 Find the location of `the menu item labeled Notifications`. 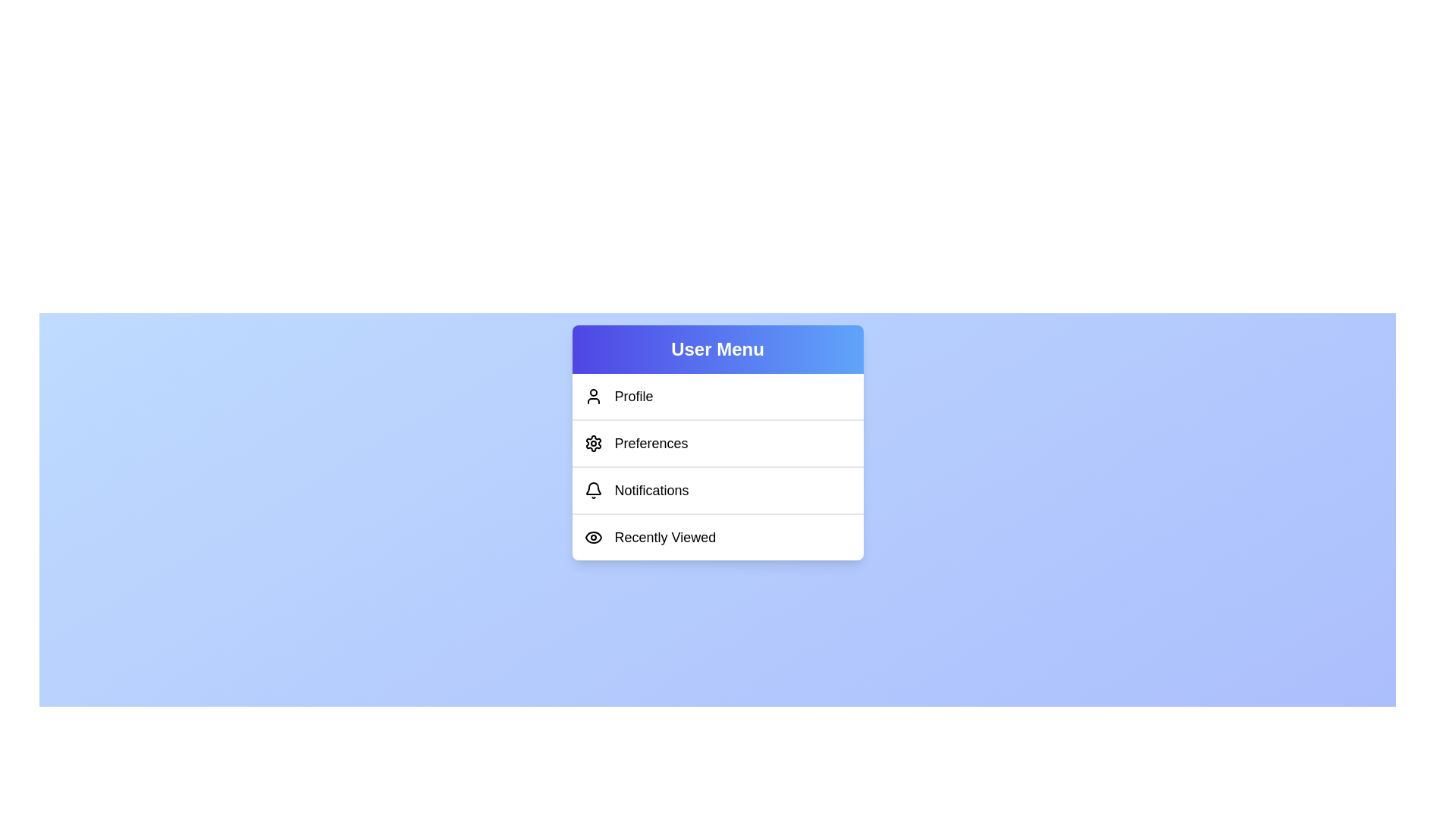

the menu item labeled Notifications is located at coordinates (717, 489).